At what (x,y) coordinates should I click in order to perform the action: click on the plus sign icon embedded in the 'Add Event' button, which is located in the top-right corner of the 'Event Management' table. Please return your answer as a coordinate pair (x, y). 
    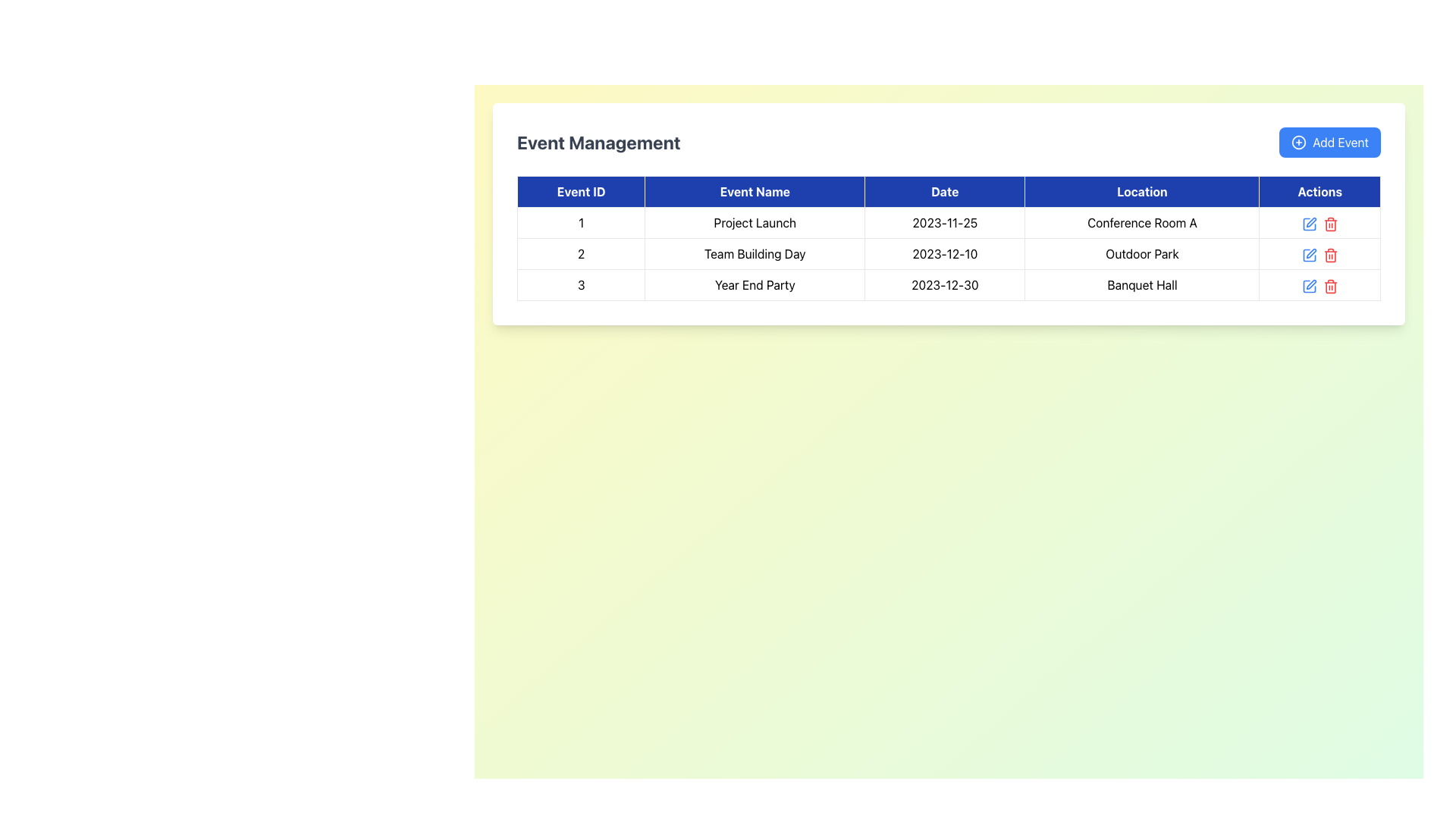
    Looking at the image, I should click on (1298, 143).